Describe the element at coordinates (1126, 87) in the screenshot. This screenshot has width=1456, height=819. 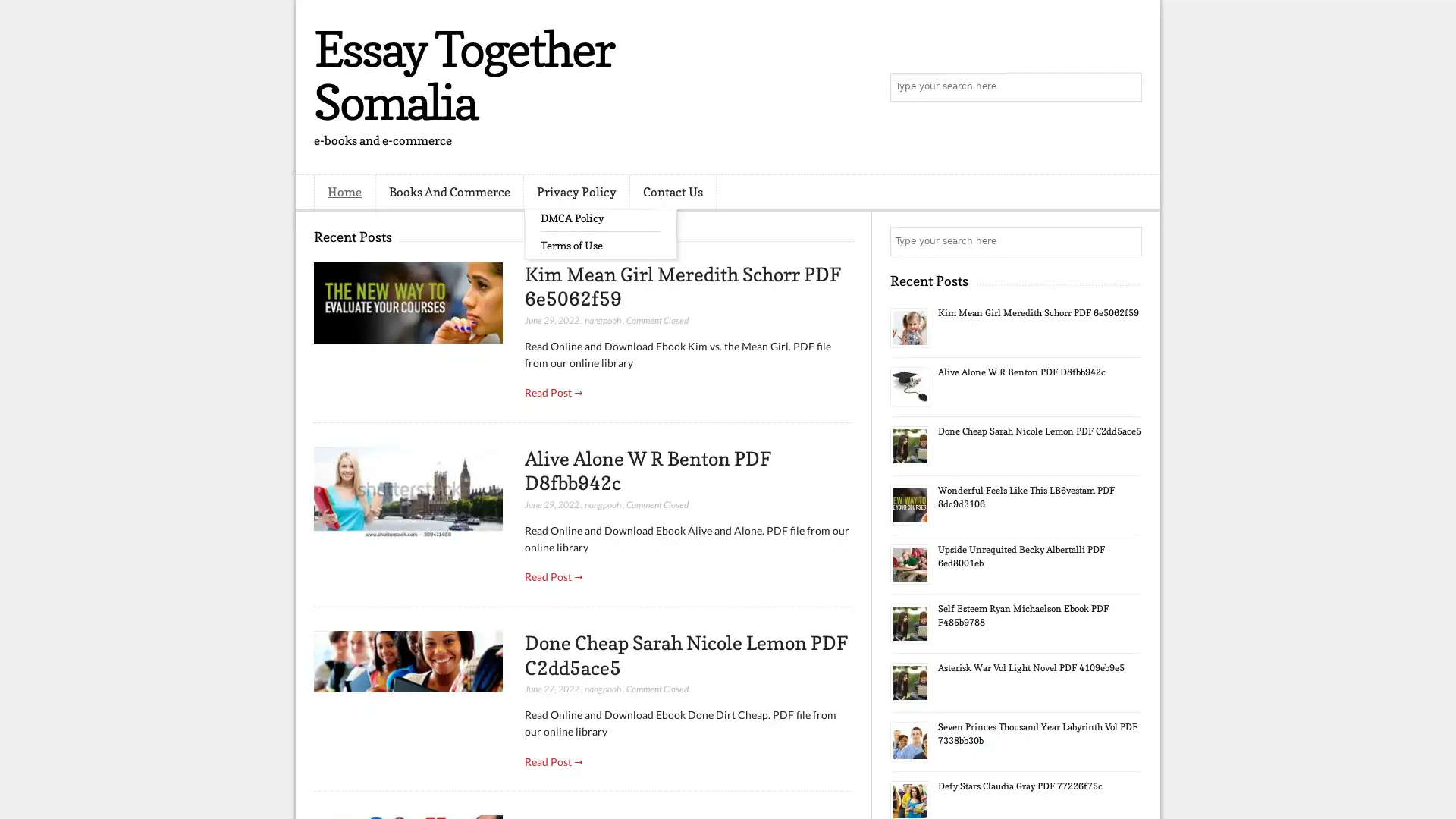
I see `Search` at that location.